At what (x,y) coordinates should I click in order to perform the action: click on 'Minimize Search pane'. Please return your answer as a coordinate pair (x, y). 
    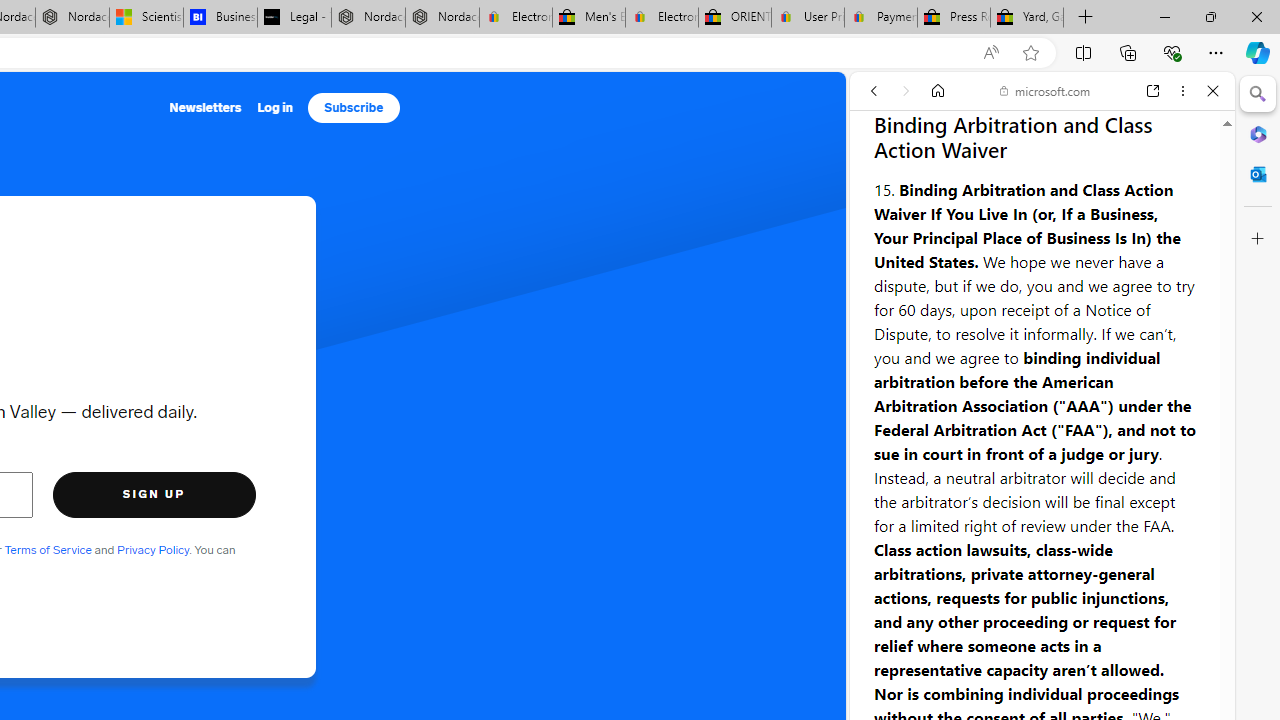
    Looking at the image, I should click on (1257, 94).